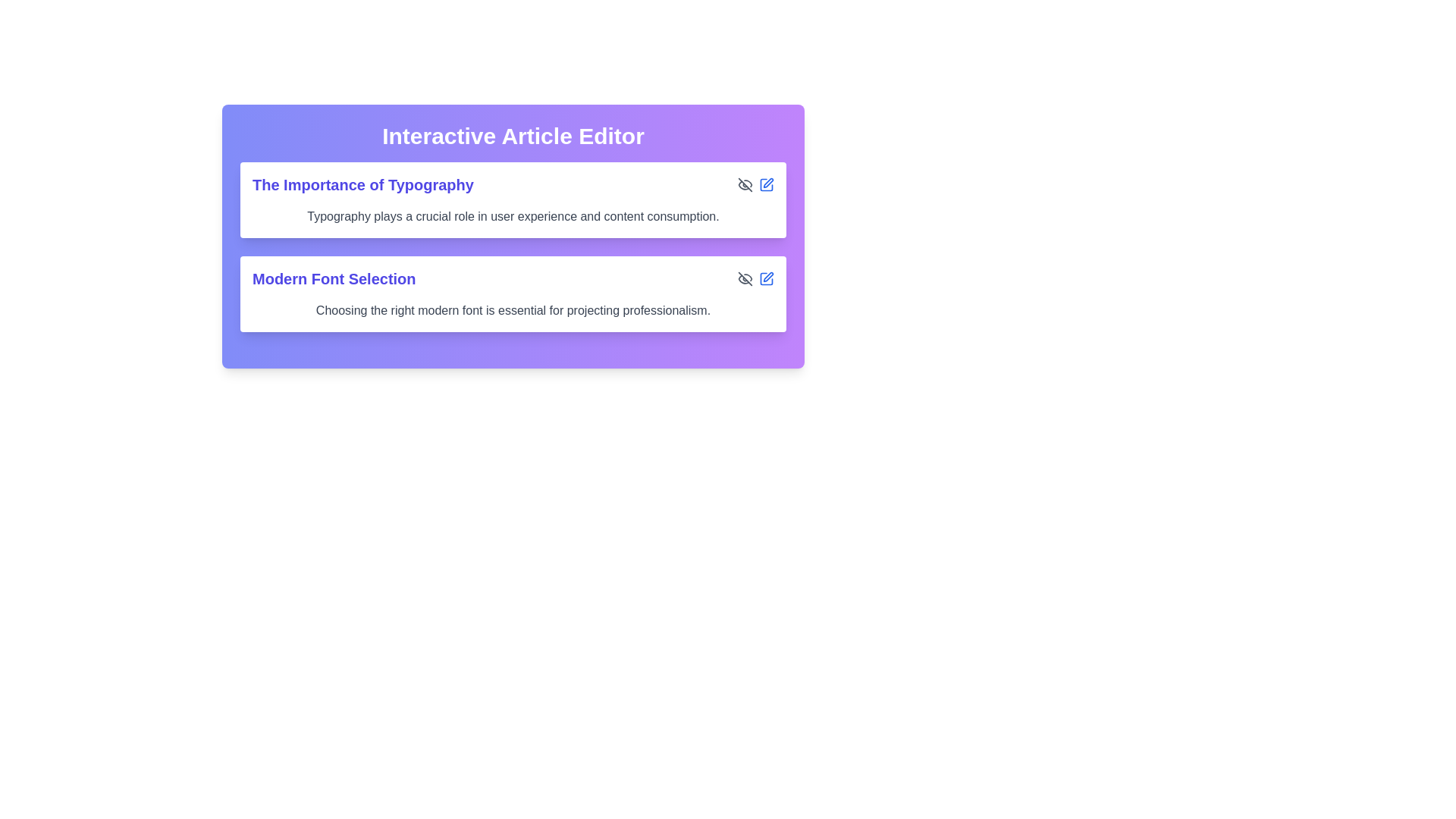  Describe the element at coordinates (745, 184) in the screenshot. I see `the toggle button icon located to the right of the title section 'The Importance of Typography'` at that location.